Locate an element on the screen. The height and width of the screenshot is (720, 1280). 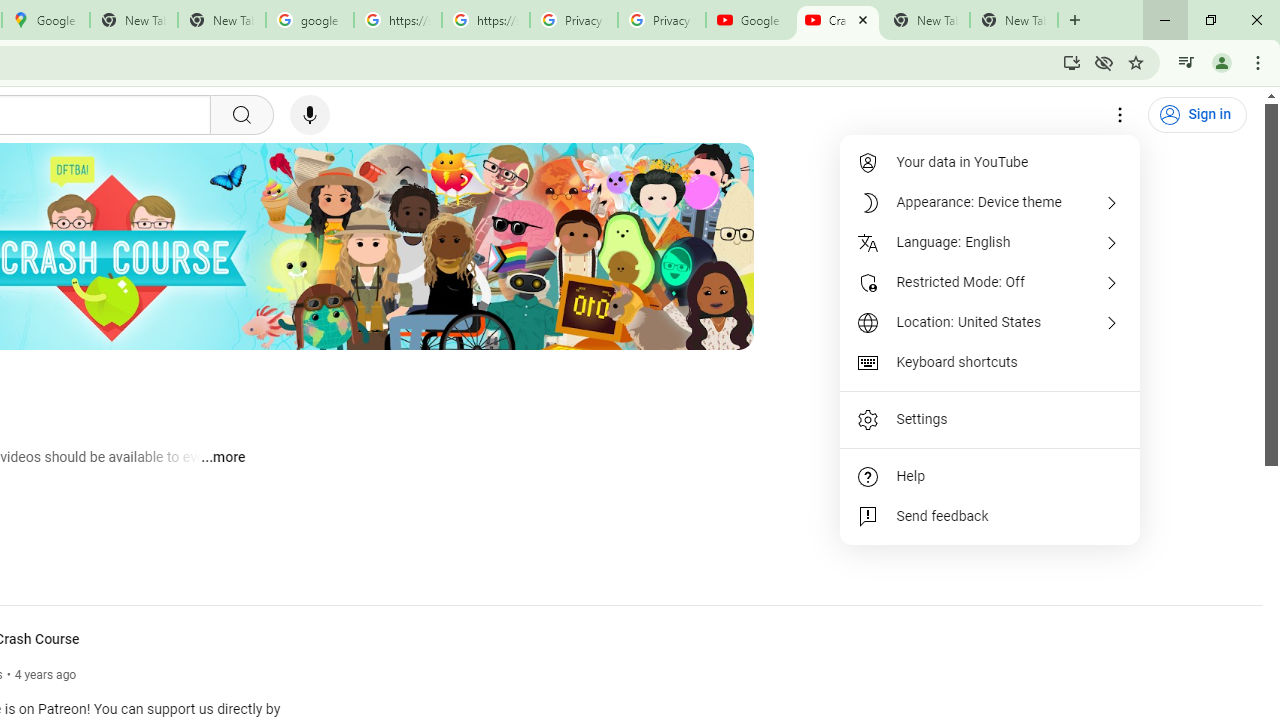
'https://scholar.google.com/' is located at coordinates (485, 20).